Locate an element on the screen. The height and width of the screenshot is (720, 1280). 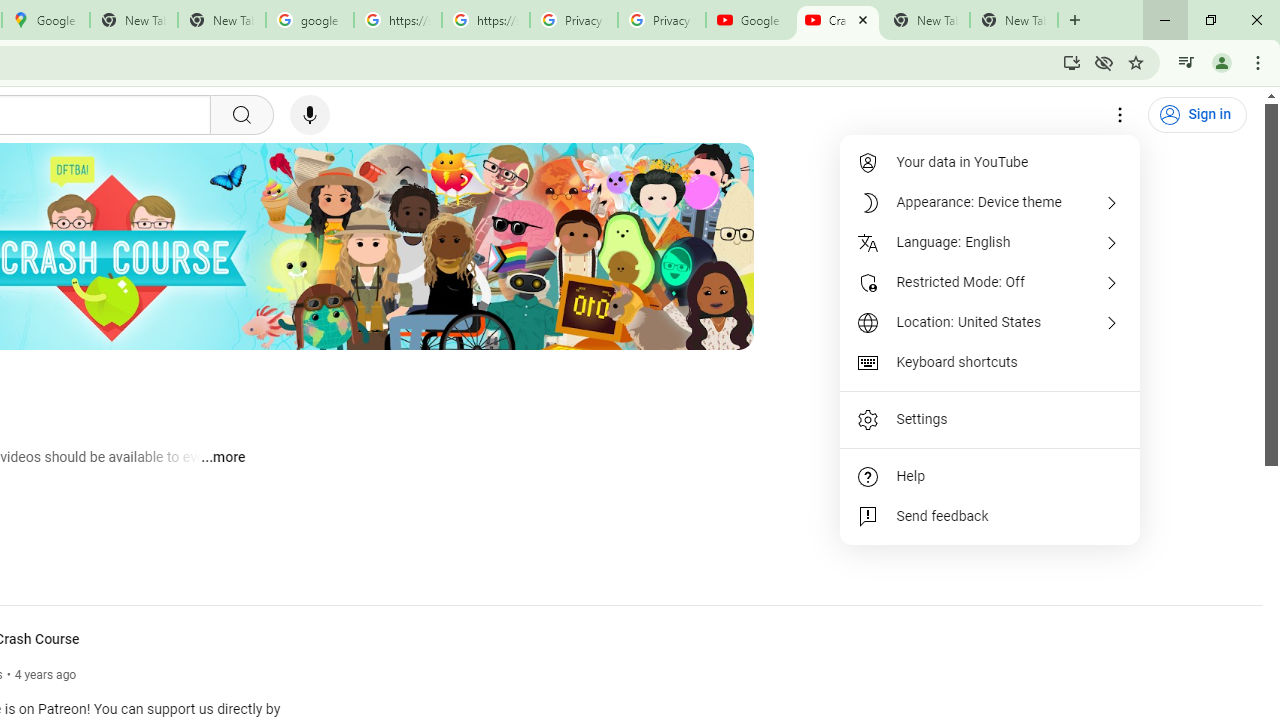
'https://scholar.google.com/' is located at coordinates (485, 20).